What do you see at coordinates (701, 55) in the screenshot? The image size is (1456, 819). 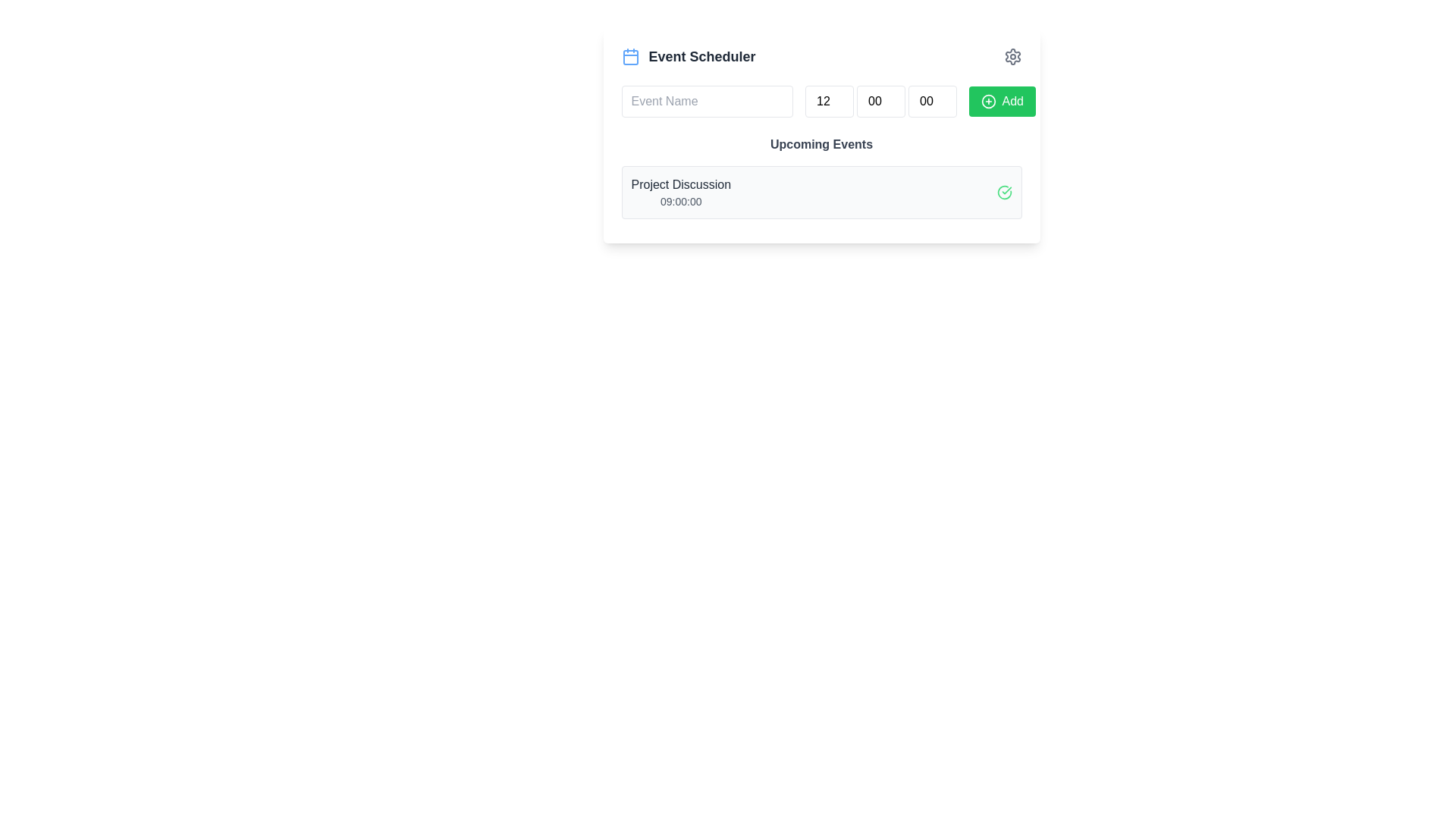 I see `header text labeled 'Event Scheduler' to understand the section's purpose, which is positioned in the top-left corner of the interface` at bounding box center [701, 55].